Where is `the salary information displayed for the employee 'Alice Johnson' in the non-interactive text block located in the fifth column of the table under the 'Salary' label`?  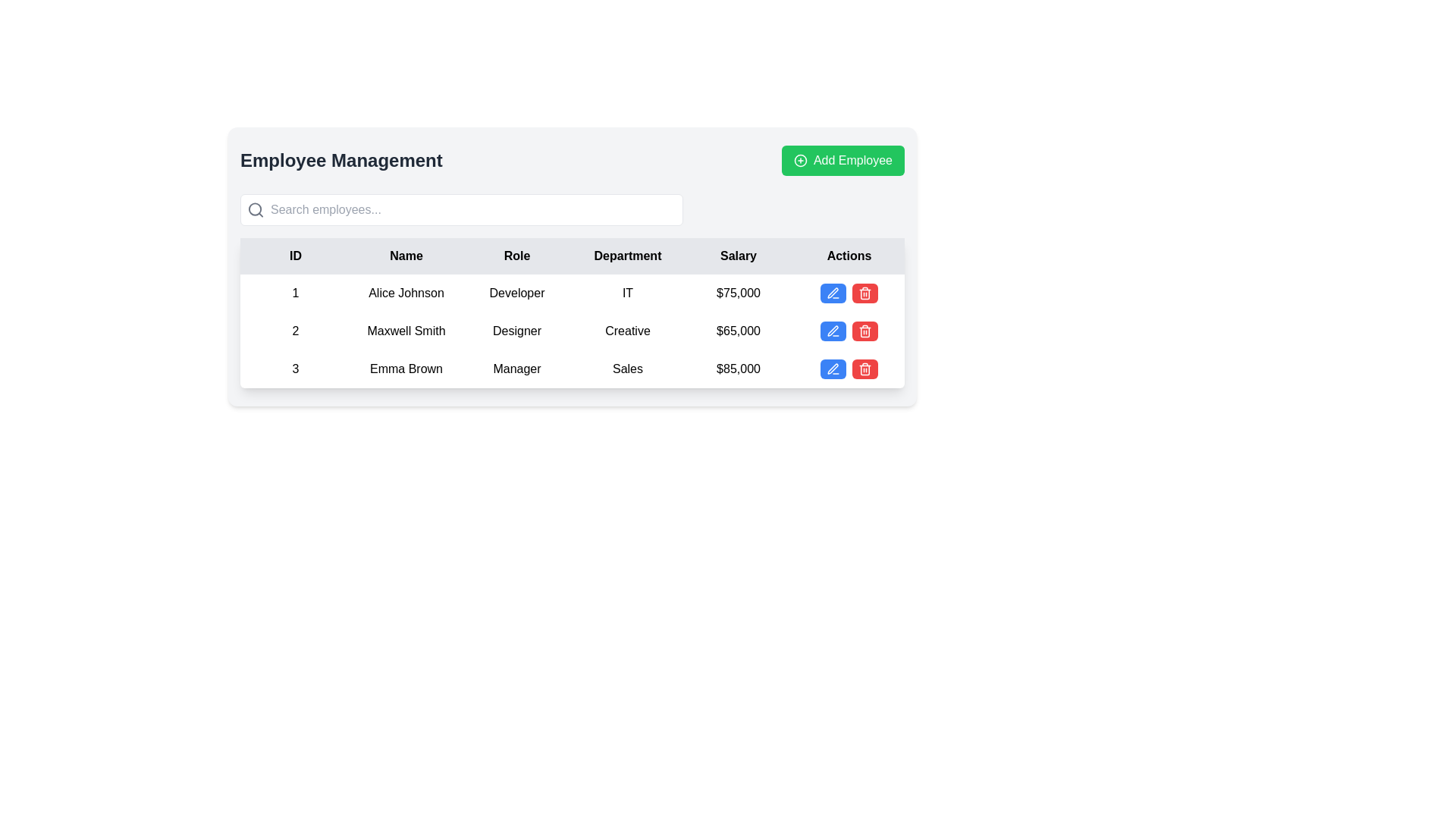
the salary information displayed for the employee 'Alice Johnson' in the non-interactive text block located in the fifth column of the table under the 'Salary' label is located at coordinates (739, 293).